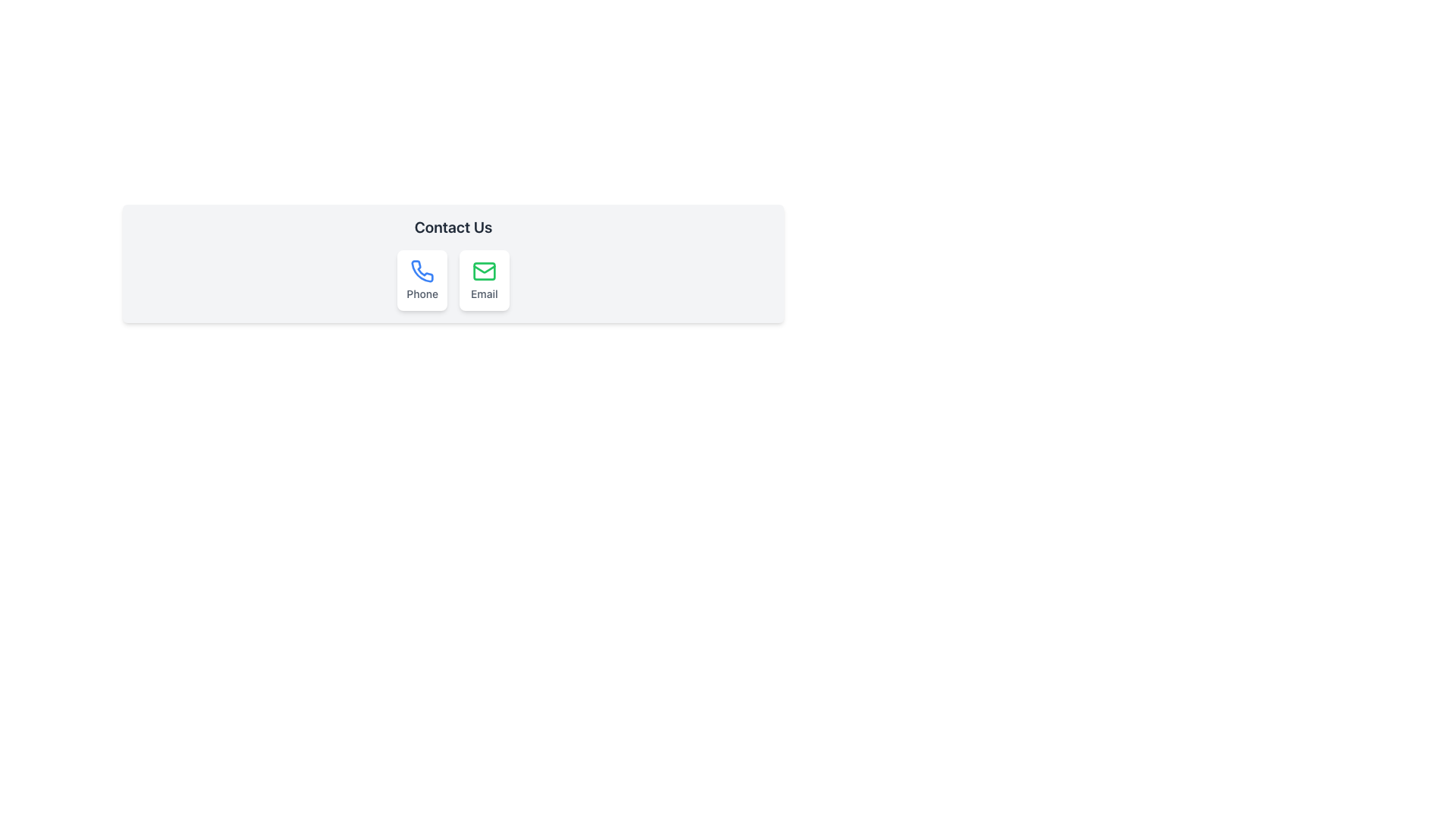 The width and height of the screenshot is (1456, 819). What do you see at coordinates (422, 270) in the screenshot?
I see `the phone contact icon located below the 'Contact Us' heading, which is the left icon above the 'Phone' label and adjacent to the email icon` at bounding box center [422, 270].